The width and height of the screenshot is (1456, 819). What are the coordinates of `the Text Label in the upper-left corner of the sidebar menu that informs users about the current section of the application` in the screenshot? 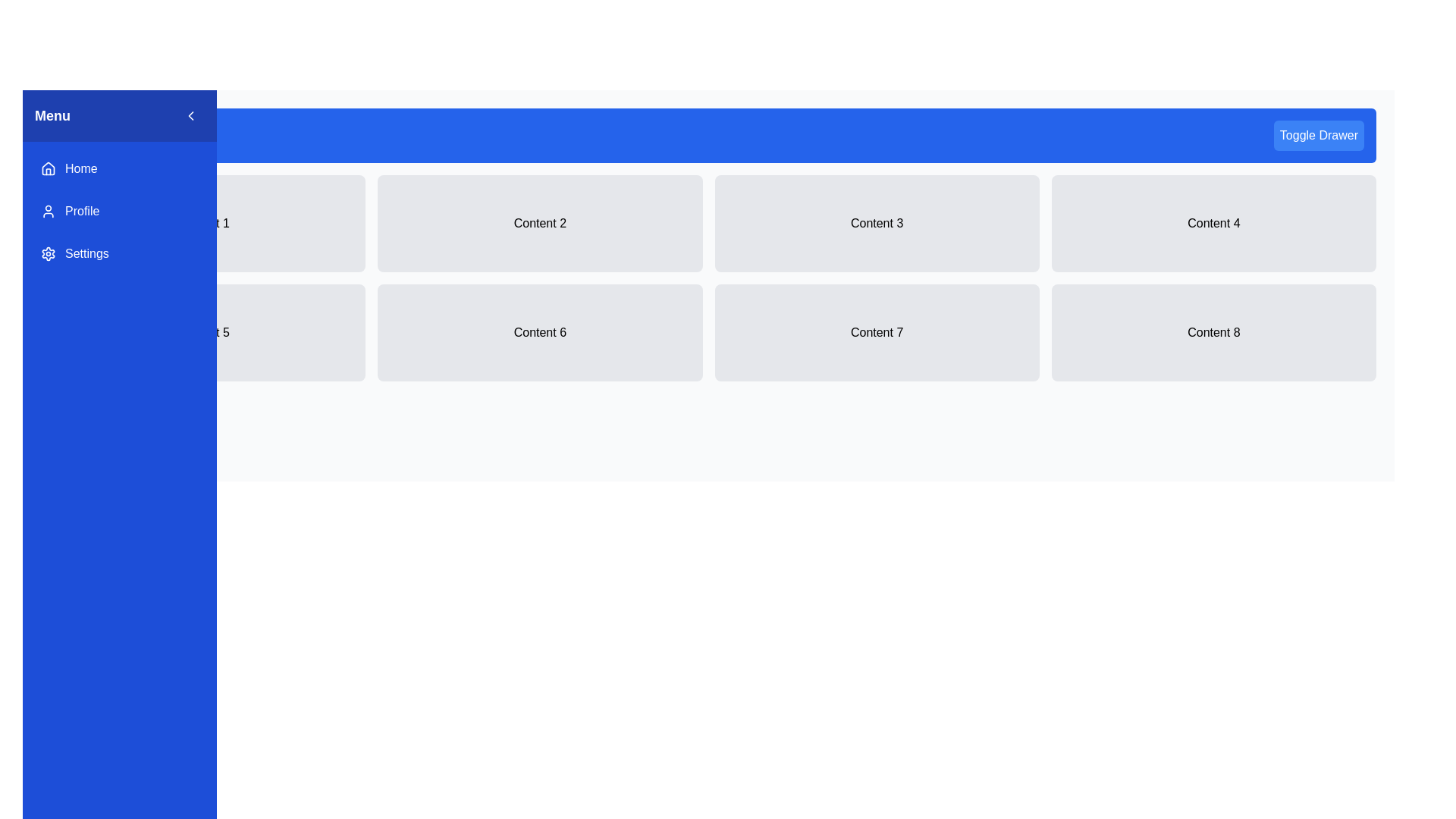 It's located at (52, 115).